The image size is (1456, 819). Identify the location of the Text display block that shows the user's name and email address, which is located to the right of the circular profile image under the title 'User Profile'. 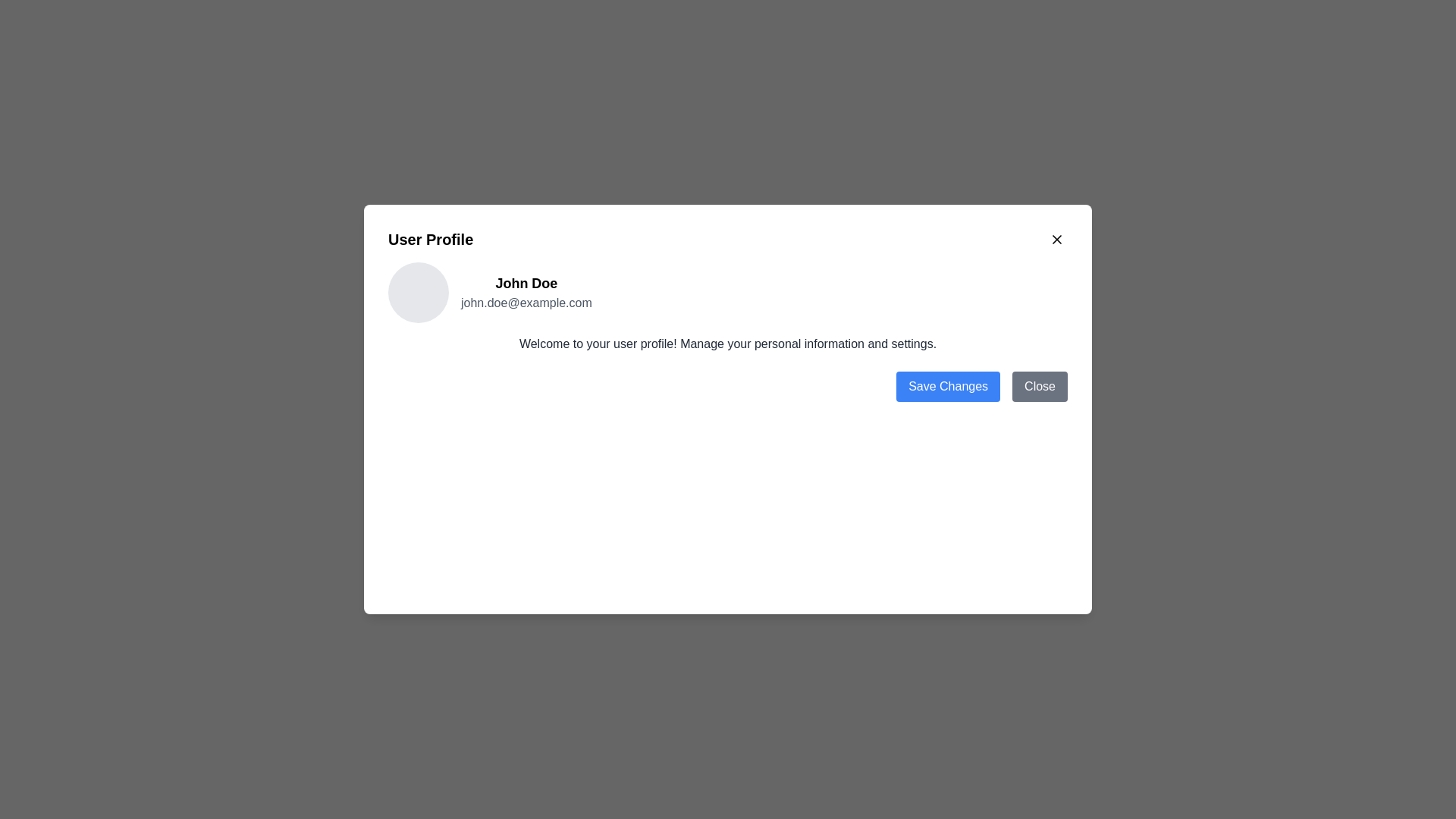
(526, 292).